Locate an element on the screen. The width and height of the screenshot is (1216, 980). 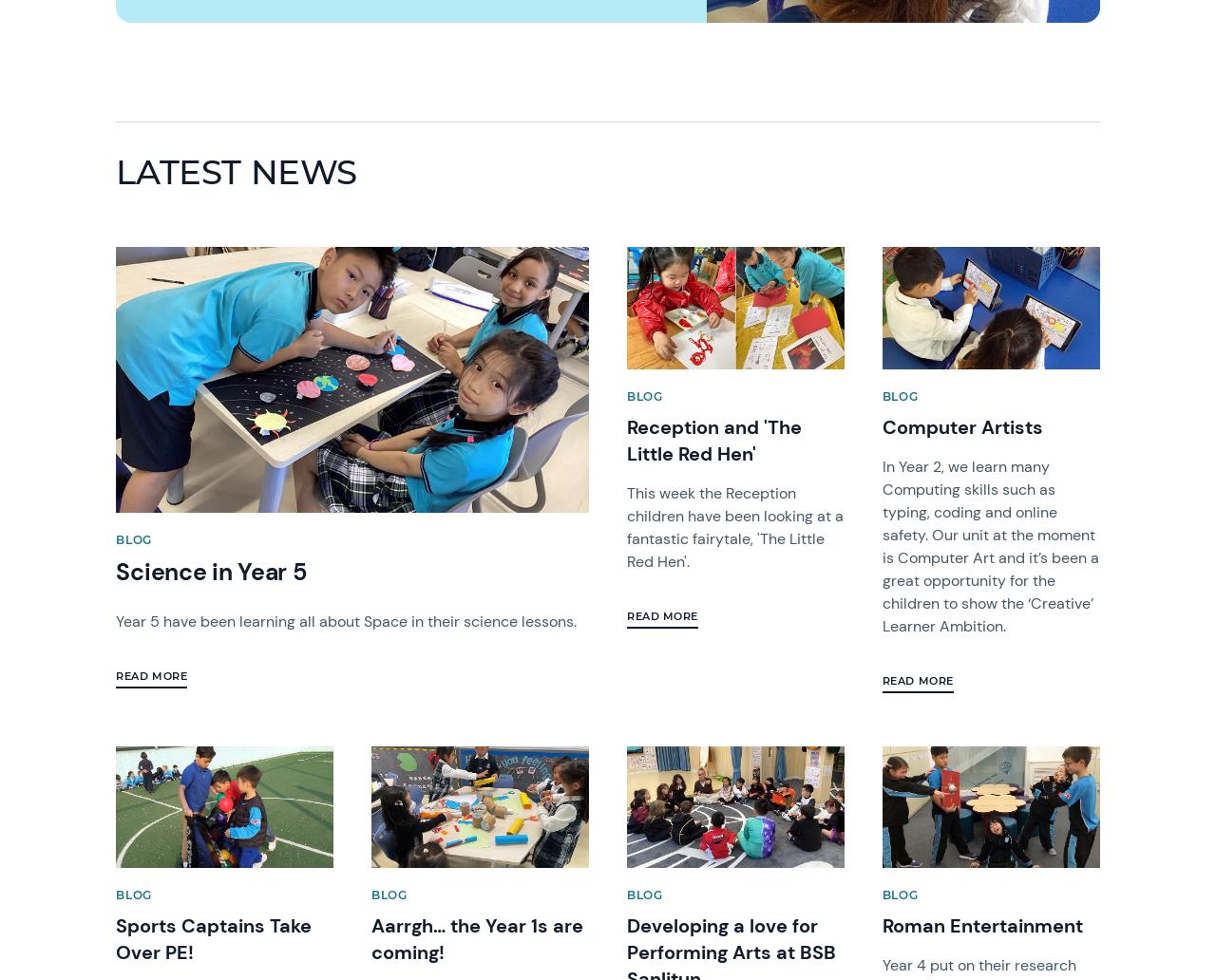
'Year 5 have been learning all about Space in their science lessons.' is located at coordinates (348, 619).